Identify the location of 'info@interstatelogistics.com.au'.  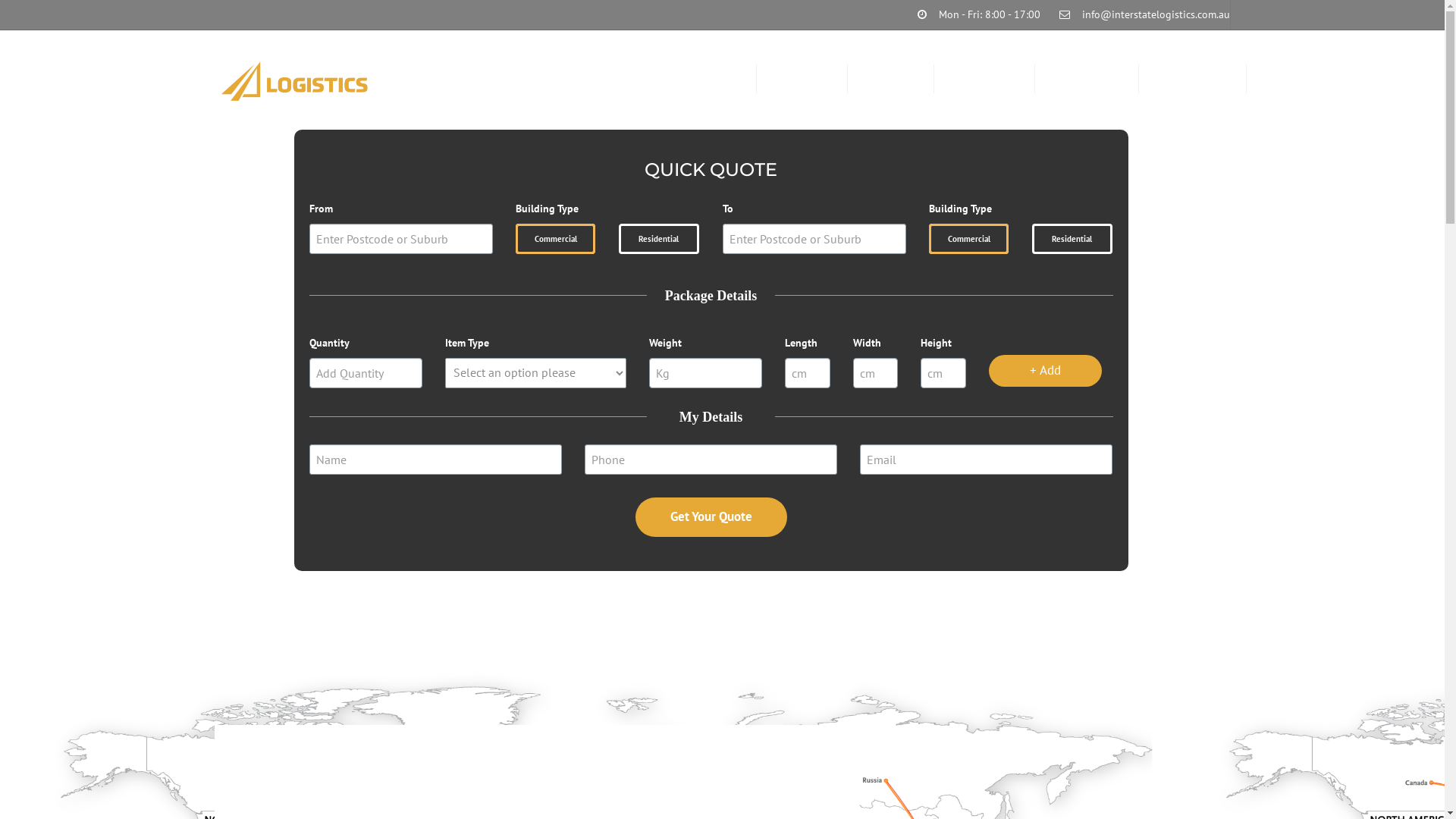
(1154, 14).